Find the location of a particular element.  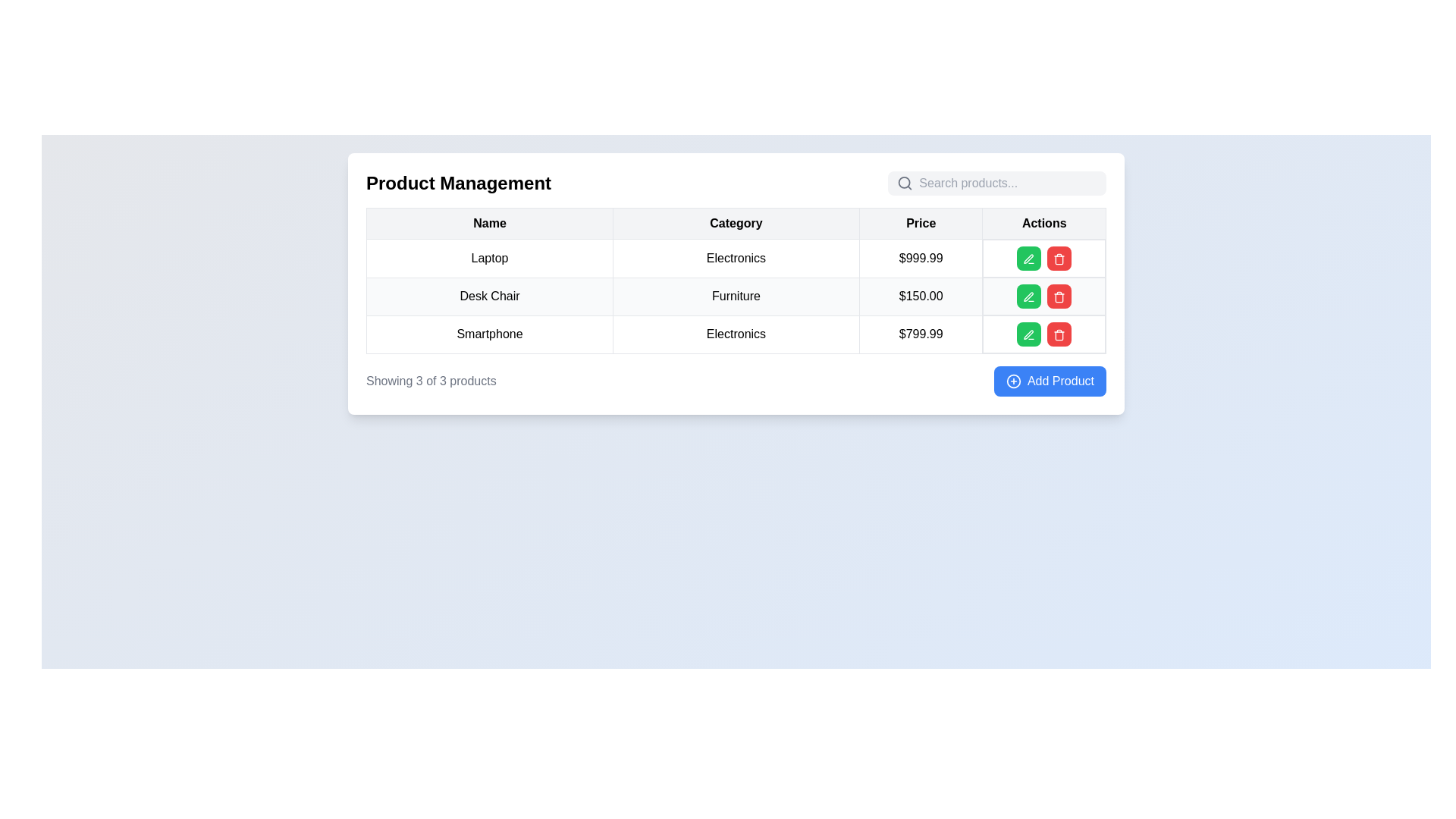

the Table Header Row element, which has a light gray background and contains the headers 'Name', 'Category', 'Price', and 'Actions' is located at coordinates (736, 223).